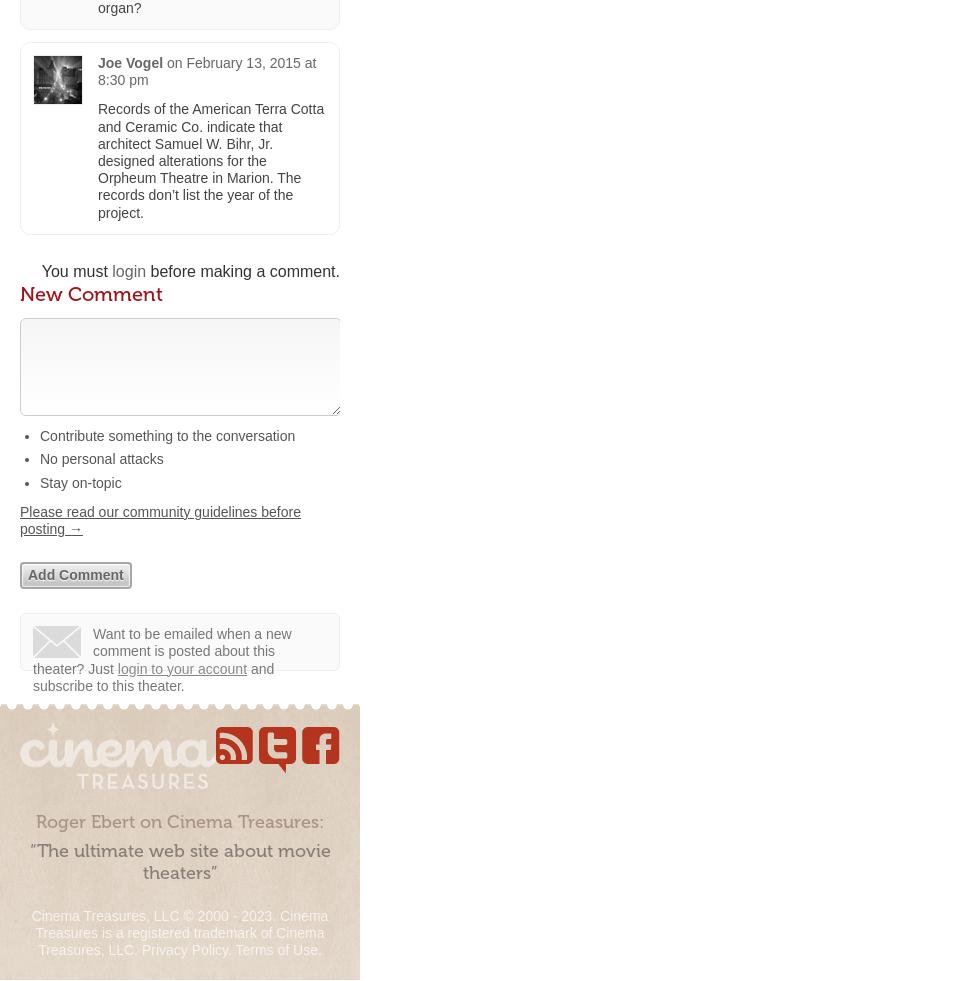  What do you see at coordinates (159, 520) in the screenshot?
I see `'Please read our community guidelines before posting →'` at bounding box center [159, 520].